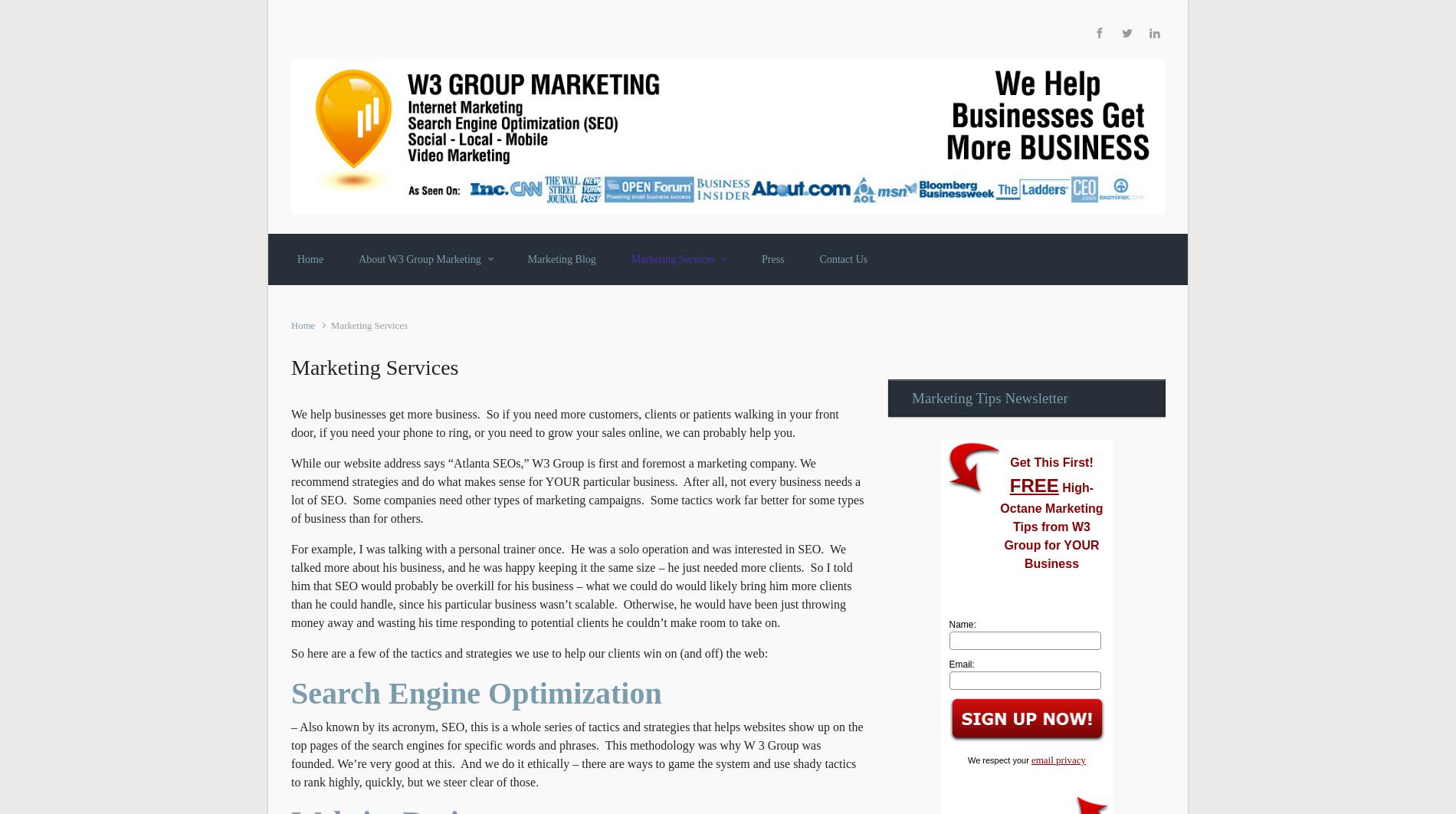  Describe the element at coordinates (1057, 759) in the screenshot. I see `'email privacy'` at that location.